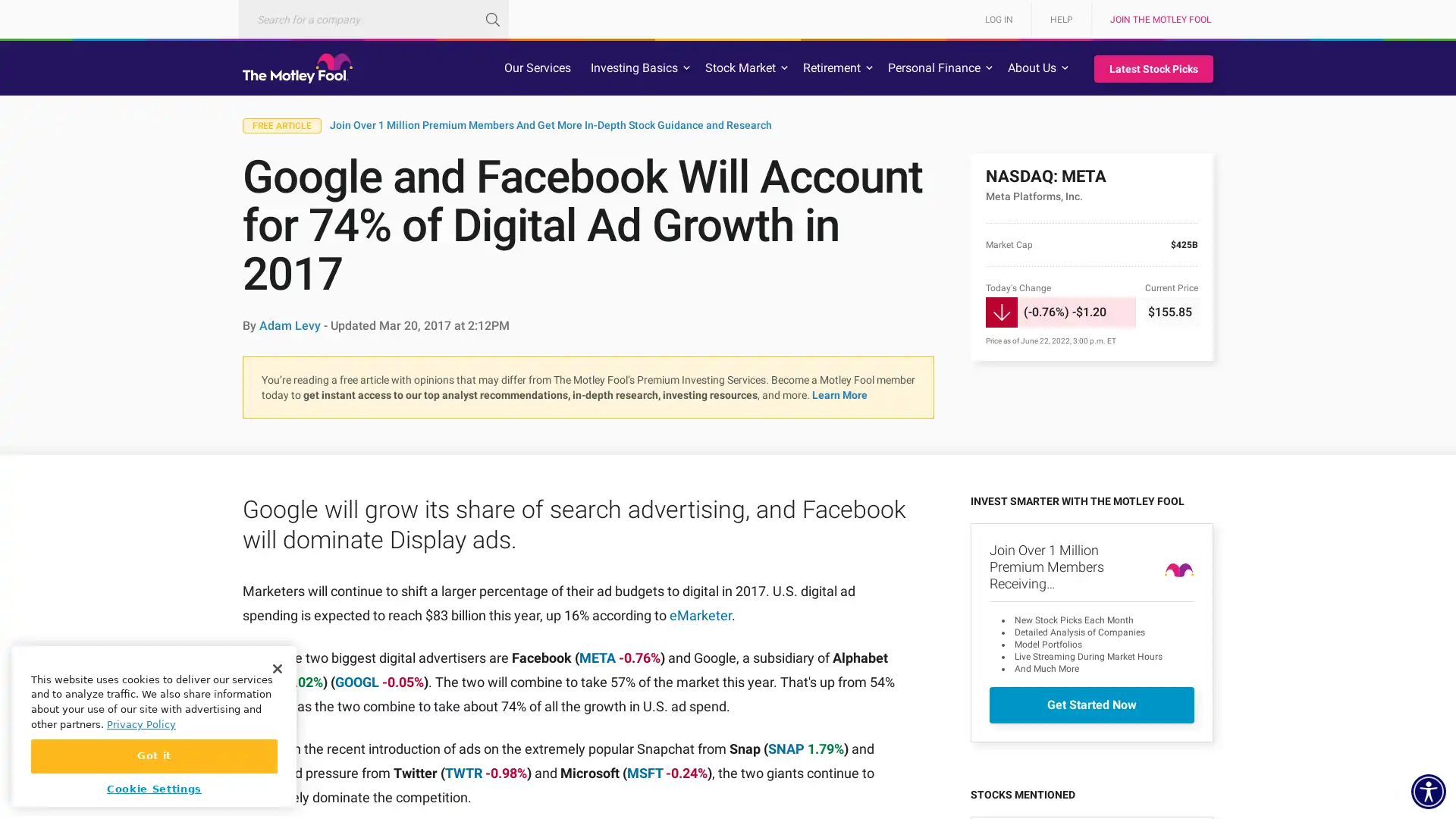  I want to click on Cookie Settings, so click(154, 788).